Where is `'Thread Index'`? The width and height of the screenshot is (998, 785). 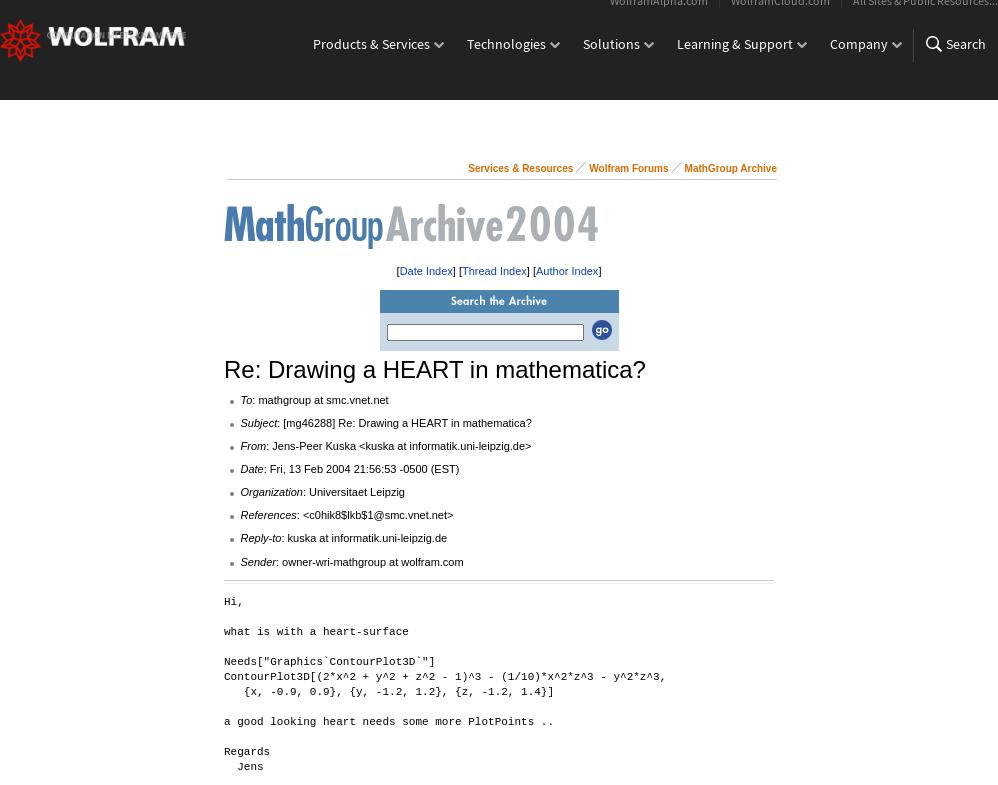
'Thread Index' is located at coordinates (493, 269).